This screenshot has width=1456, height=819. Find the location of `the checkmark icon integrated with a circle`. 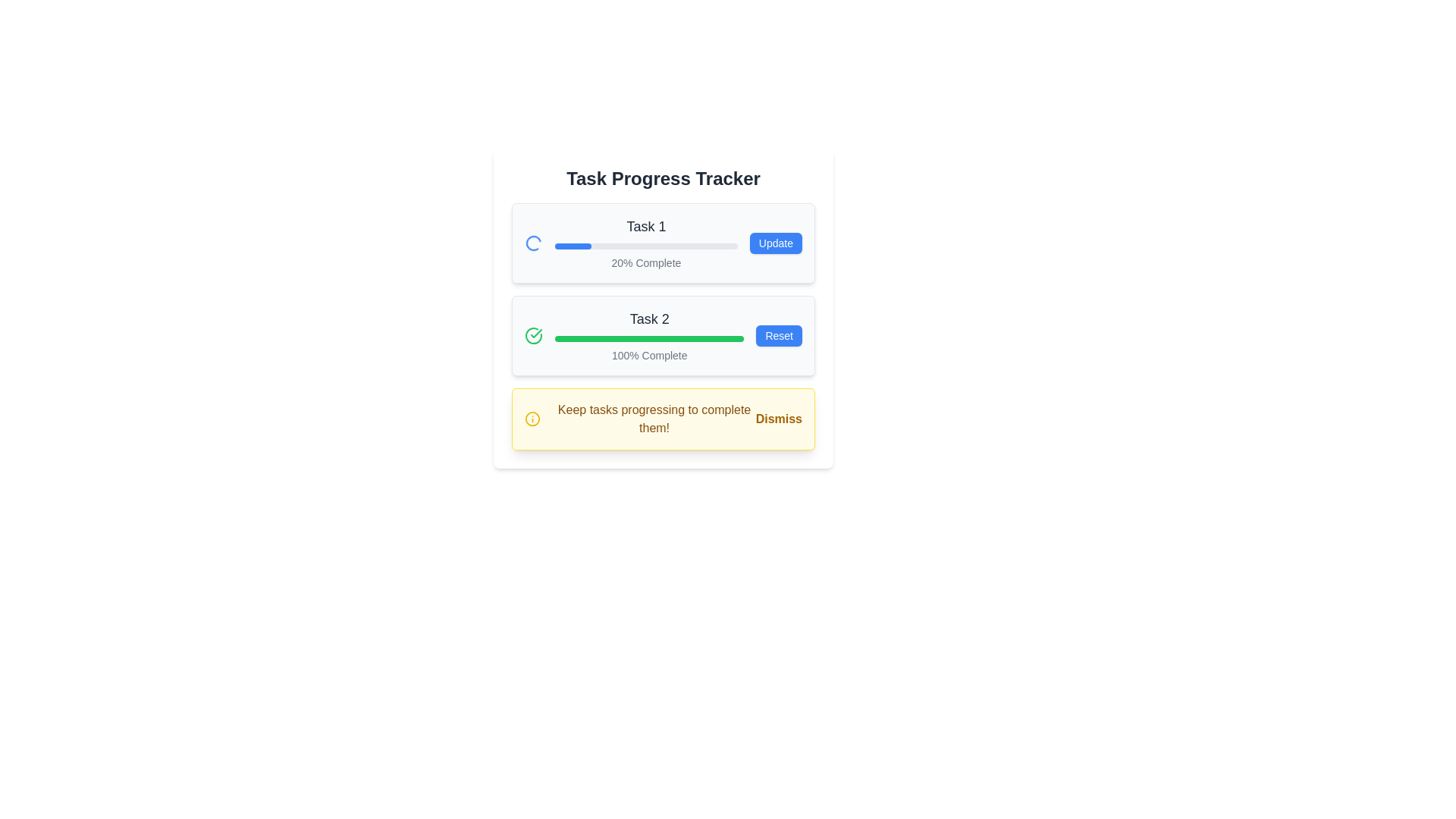

the checkmark icon integrated with a circle is located at coordinates (536, 332).